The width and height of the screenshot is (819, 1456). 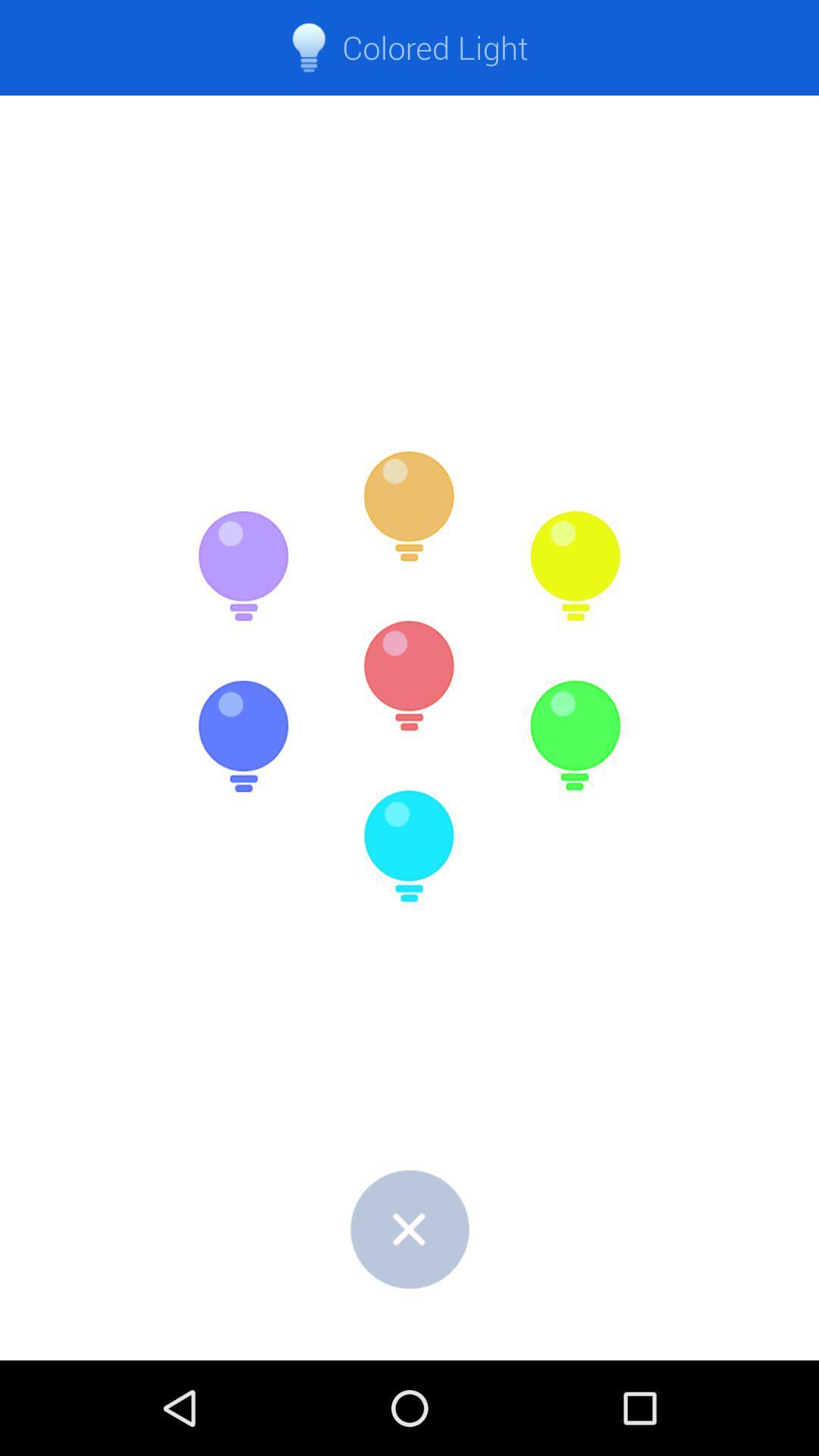 I want to click on colour light, so click(x=409, y=507).